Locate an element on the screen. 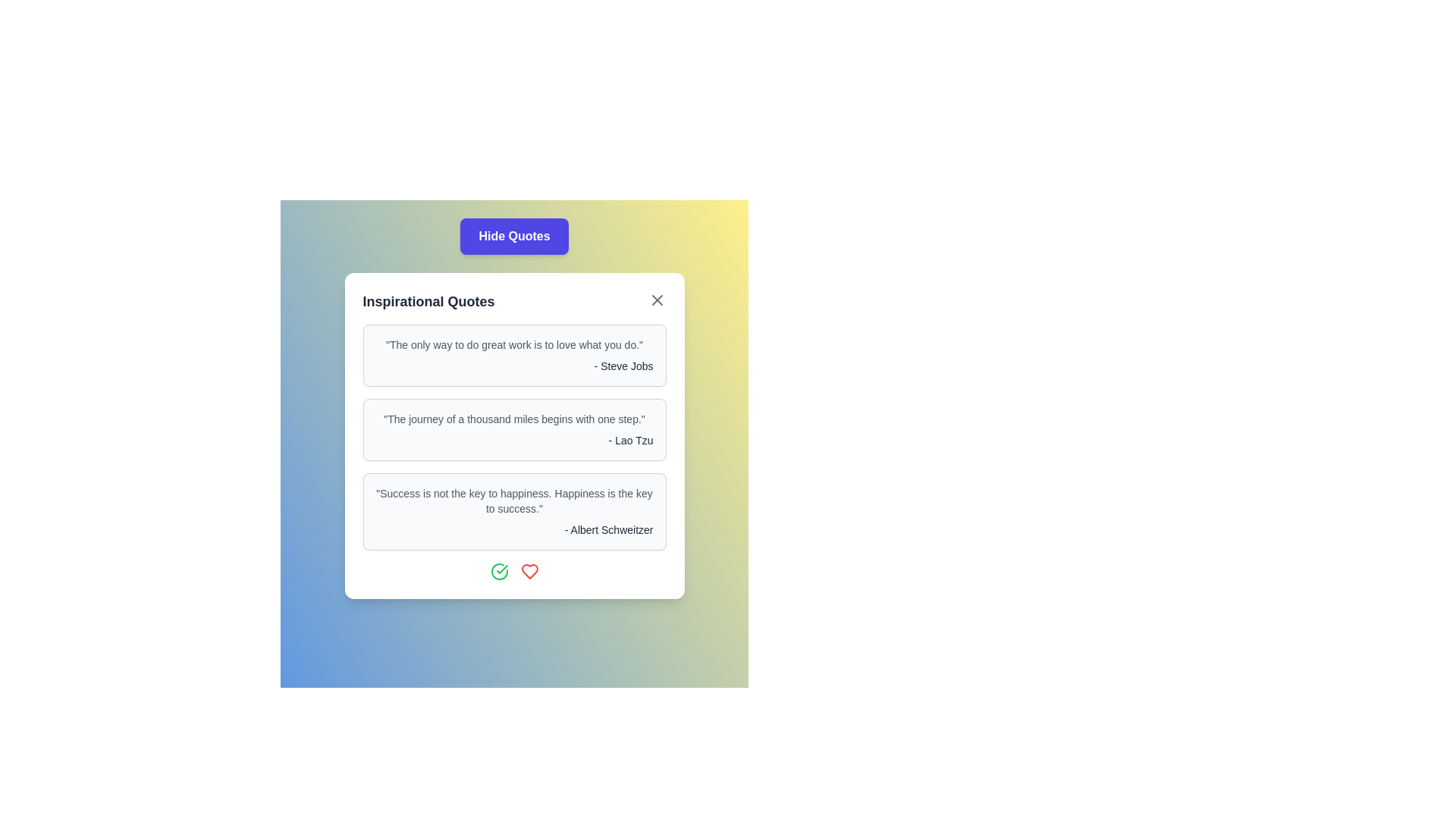 The image size is (1456, 819). the circular icon button with a green outline and checkmark symbol is located at coordinates (499, 571).